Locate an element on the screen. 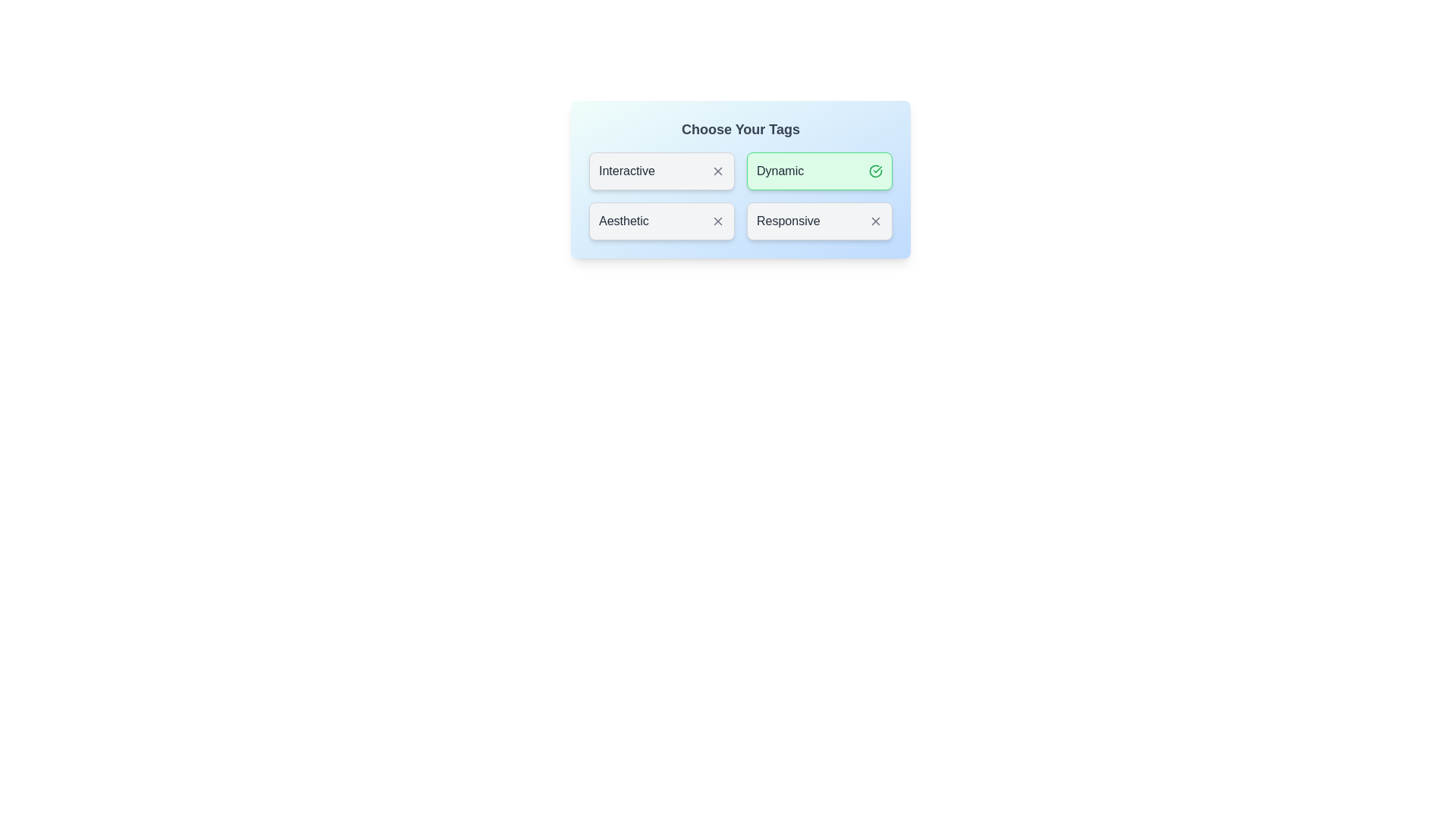 The image size is (1456, 819). the tag labeled Aesthetic to observe the scale effect is located at coordinates (662, 221).